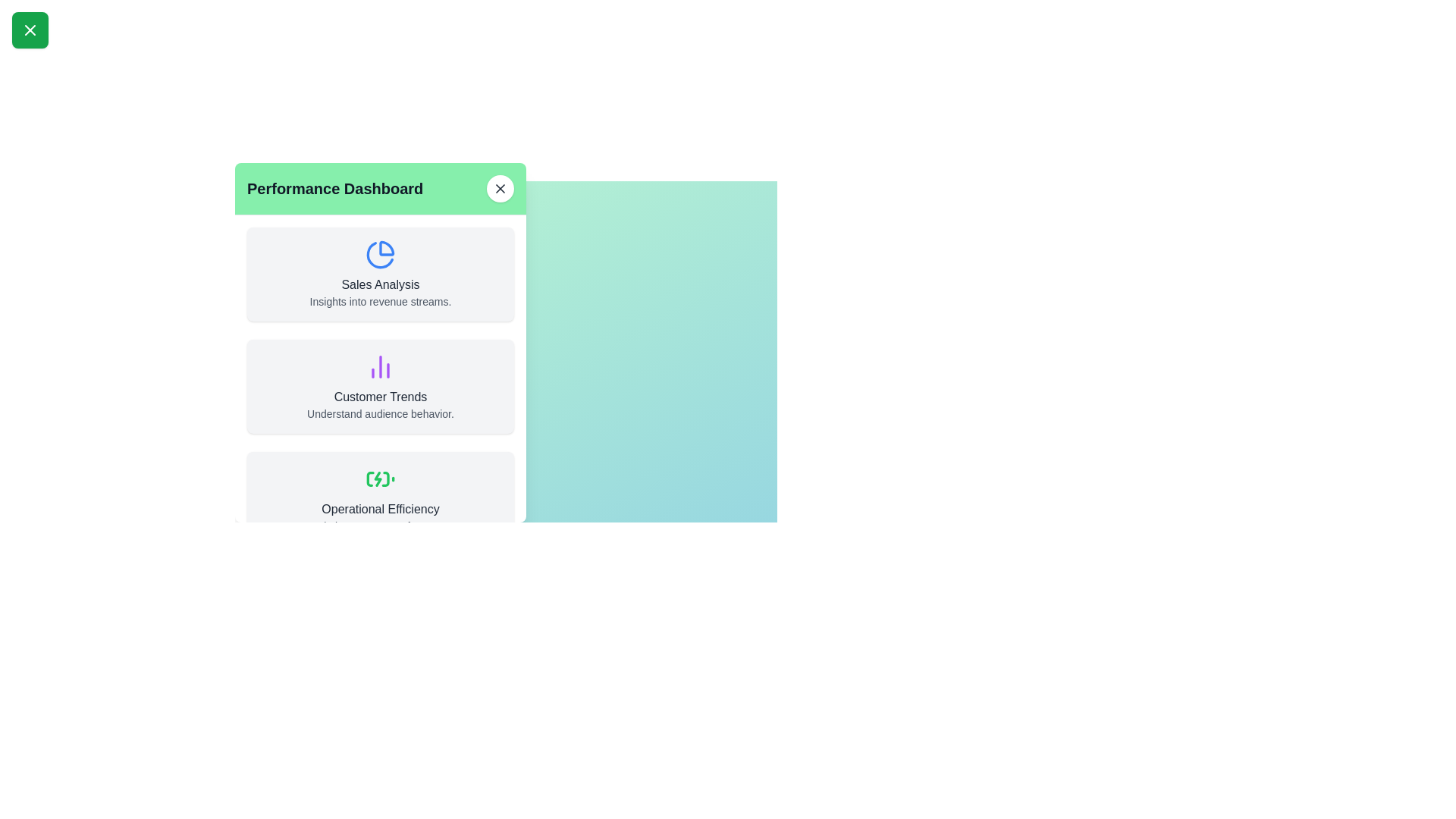 Image resolution: width=1456 pixels, height=819 pixels. I want to click on the Informational card located in the Performance Dashboard sidebar, positioned between the Sales Analysis and Operational Efficiency cards, so click(381, 385).